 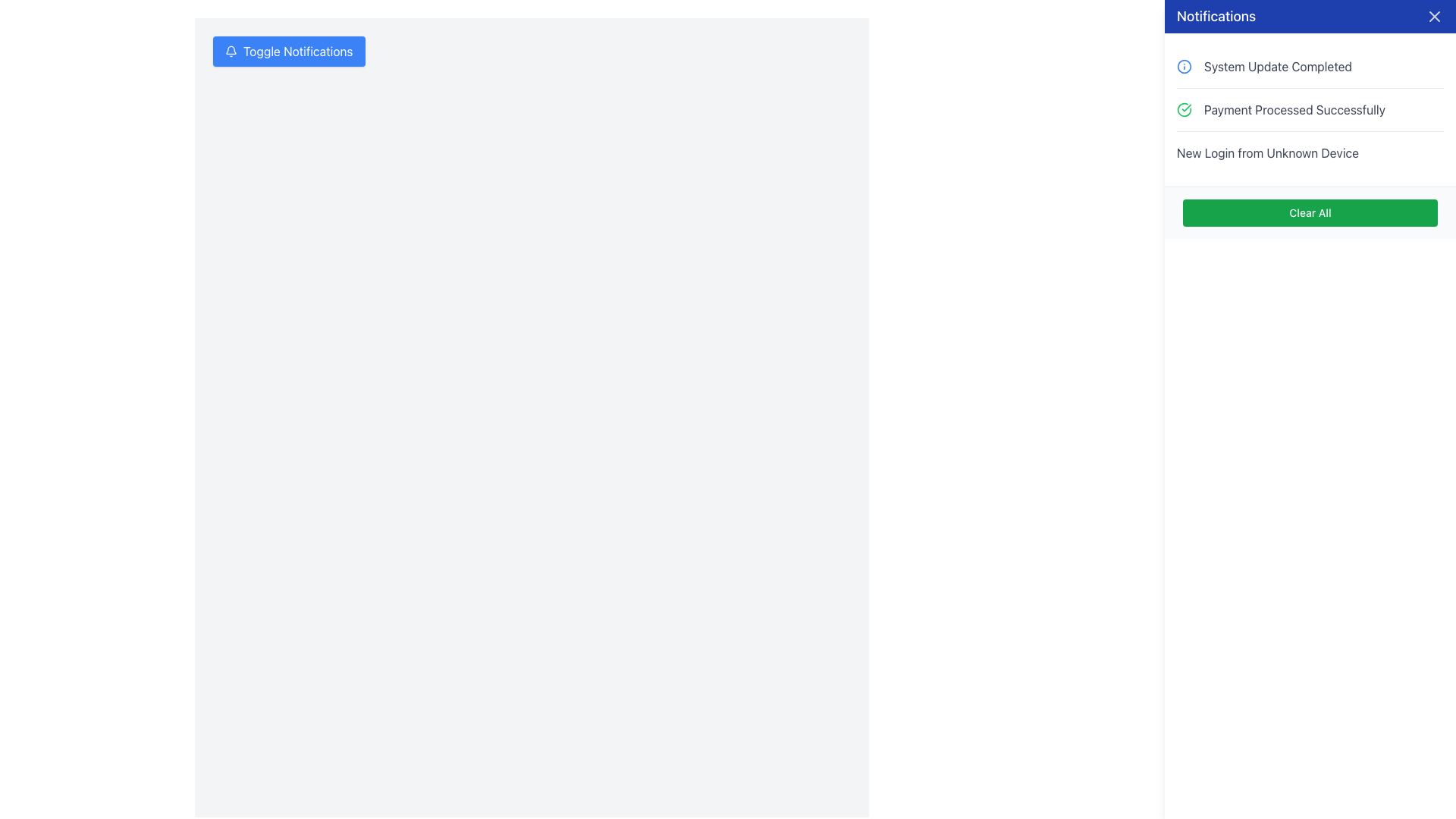 What do you see at coordinates (289, 51) in the screenshot?
I see `the 'Toggle Notifications' button, a rectangular button with rounded corners and a blue background` at bounding box center [289, 51].